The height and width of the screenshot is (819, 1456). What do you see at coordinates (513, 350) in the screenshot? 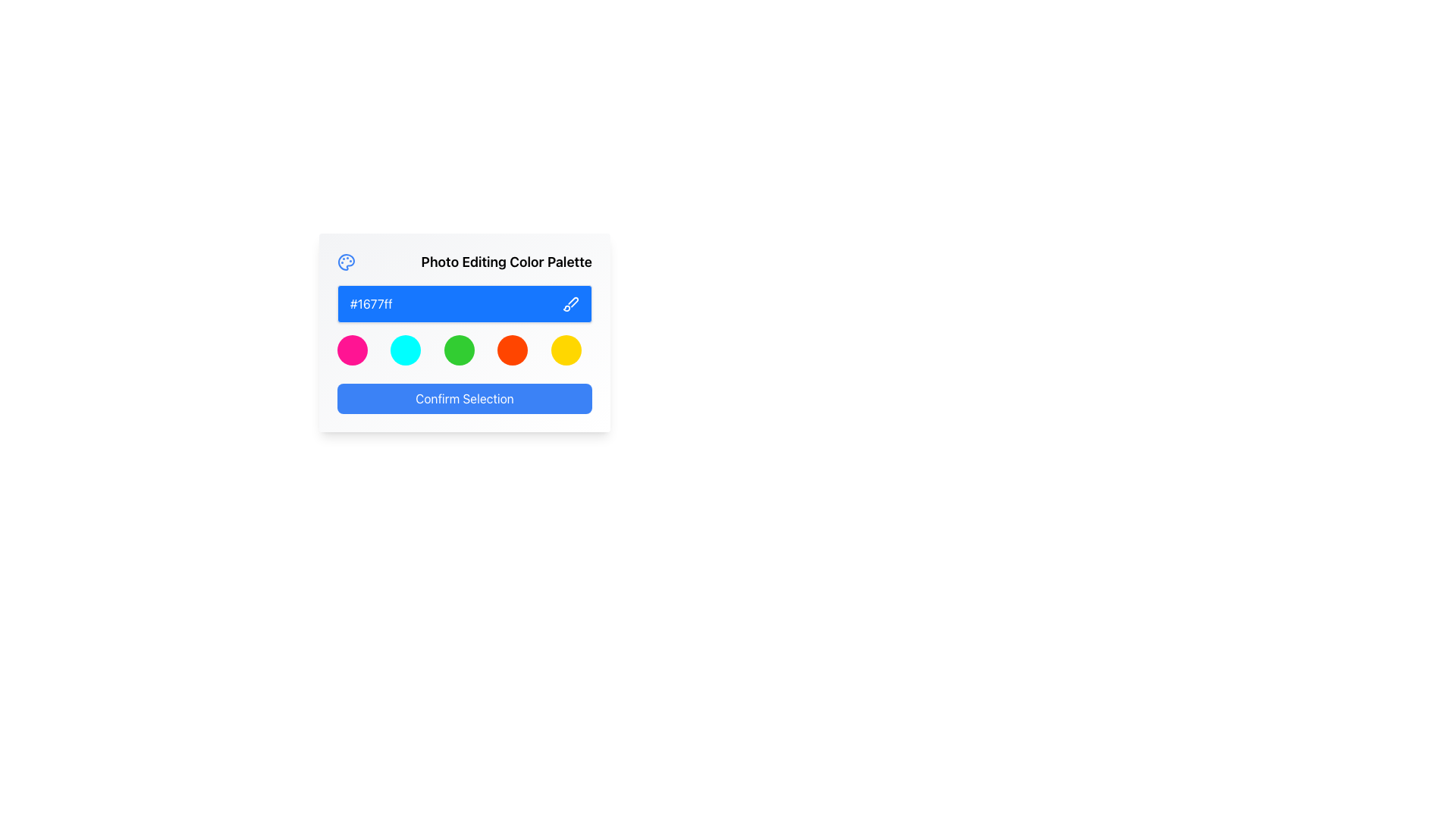
I see `the circular orange button, which is the fourth item in a horizontal group of five circles` at bounding box center [513, 350].